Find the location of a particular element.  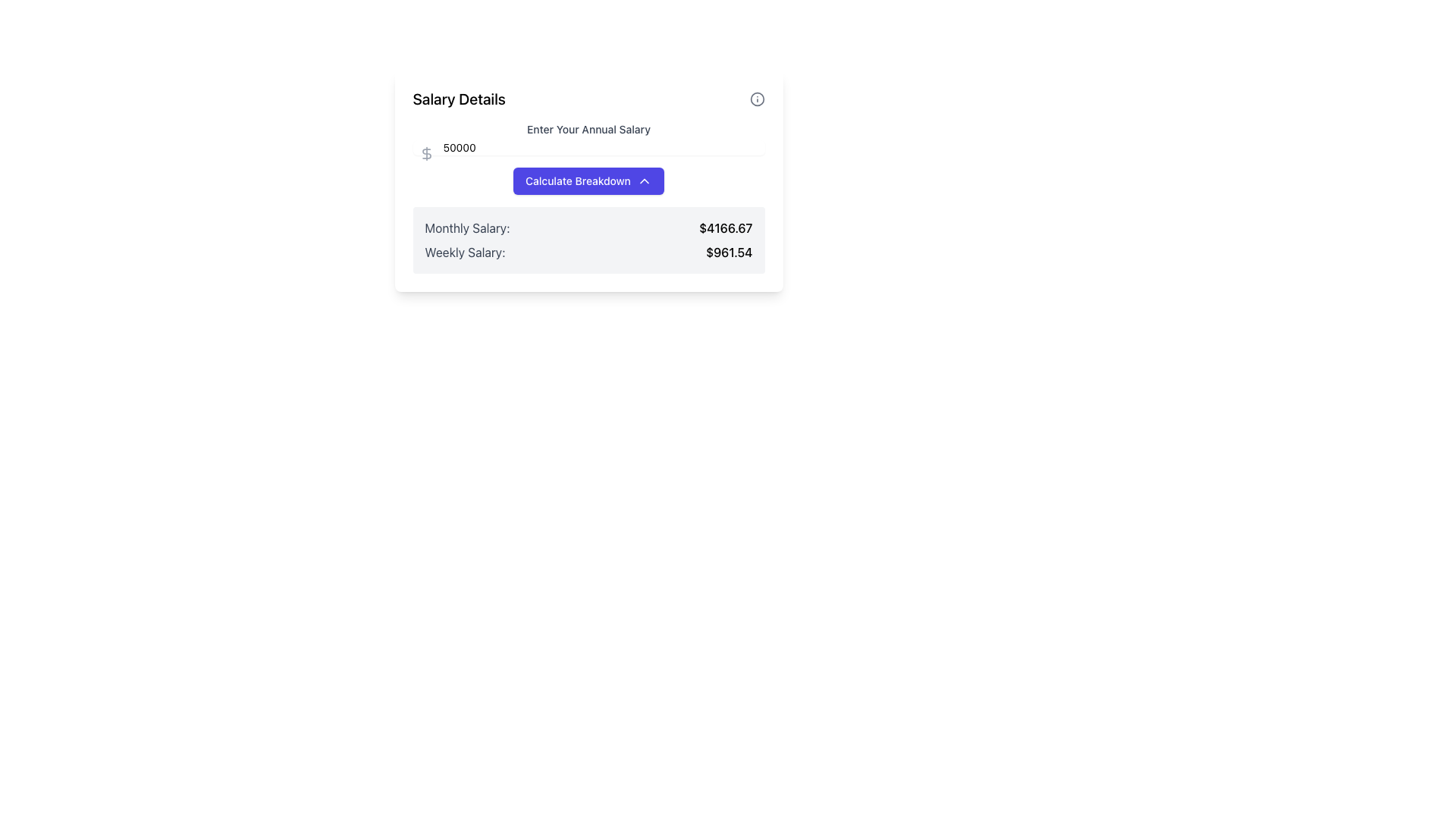

the dollar sign icon located inside the annual salary entry input field, positioned to the left of the numeric input displaying '50000' is located at coordinates (425, 154).